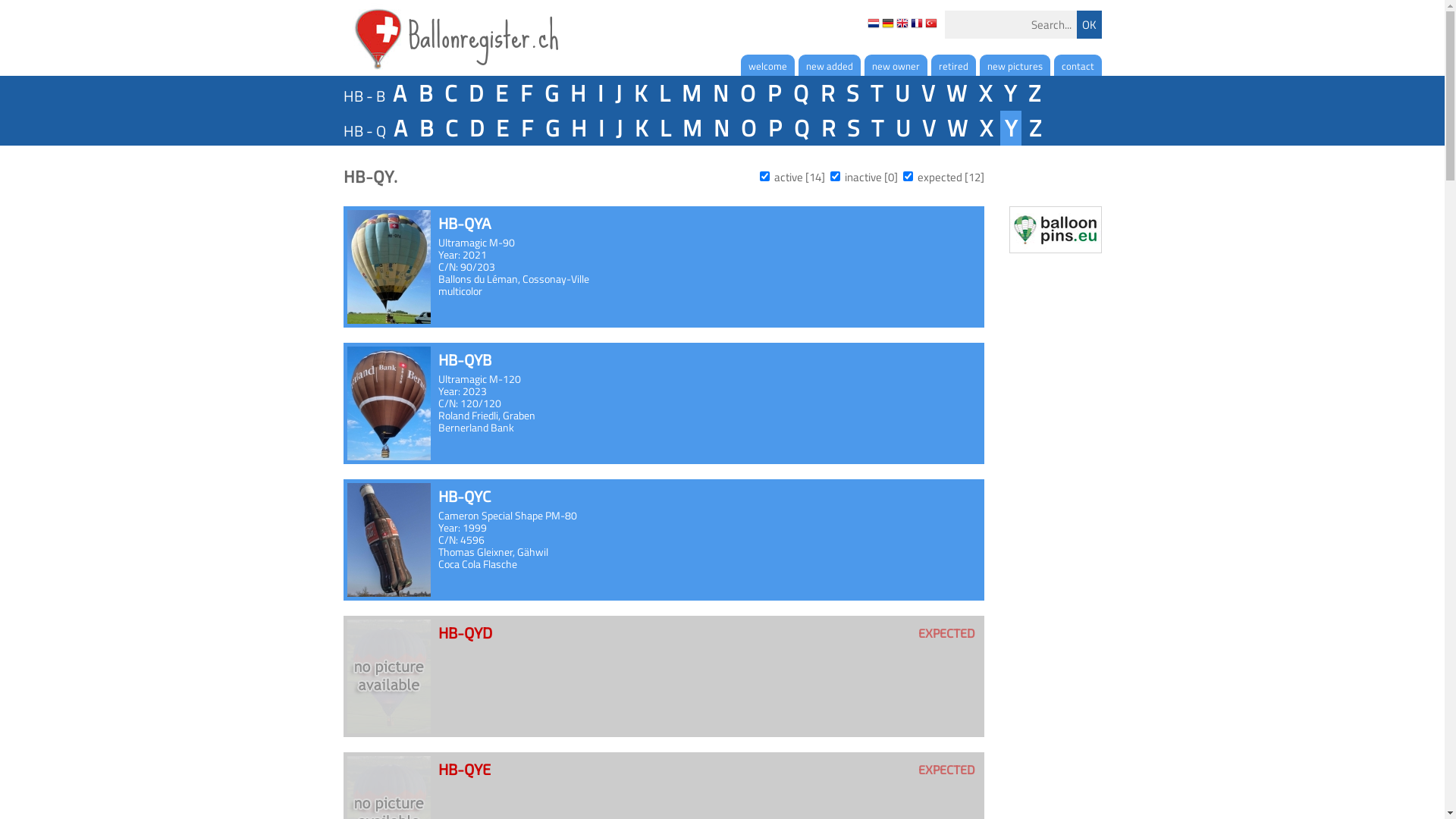 The height and width of the screenshot is (819, 1456). Describe the element at coordinates (852, 93) in the screenshot. I see `'S'` at that location.